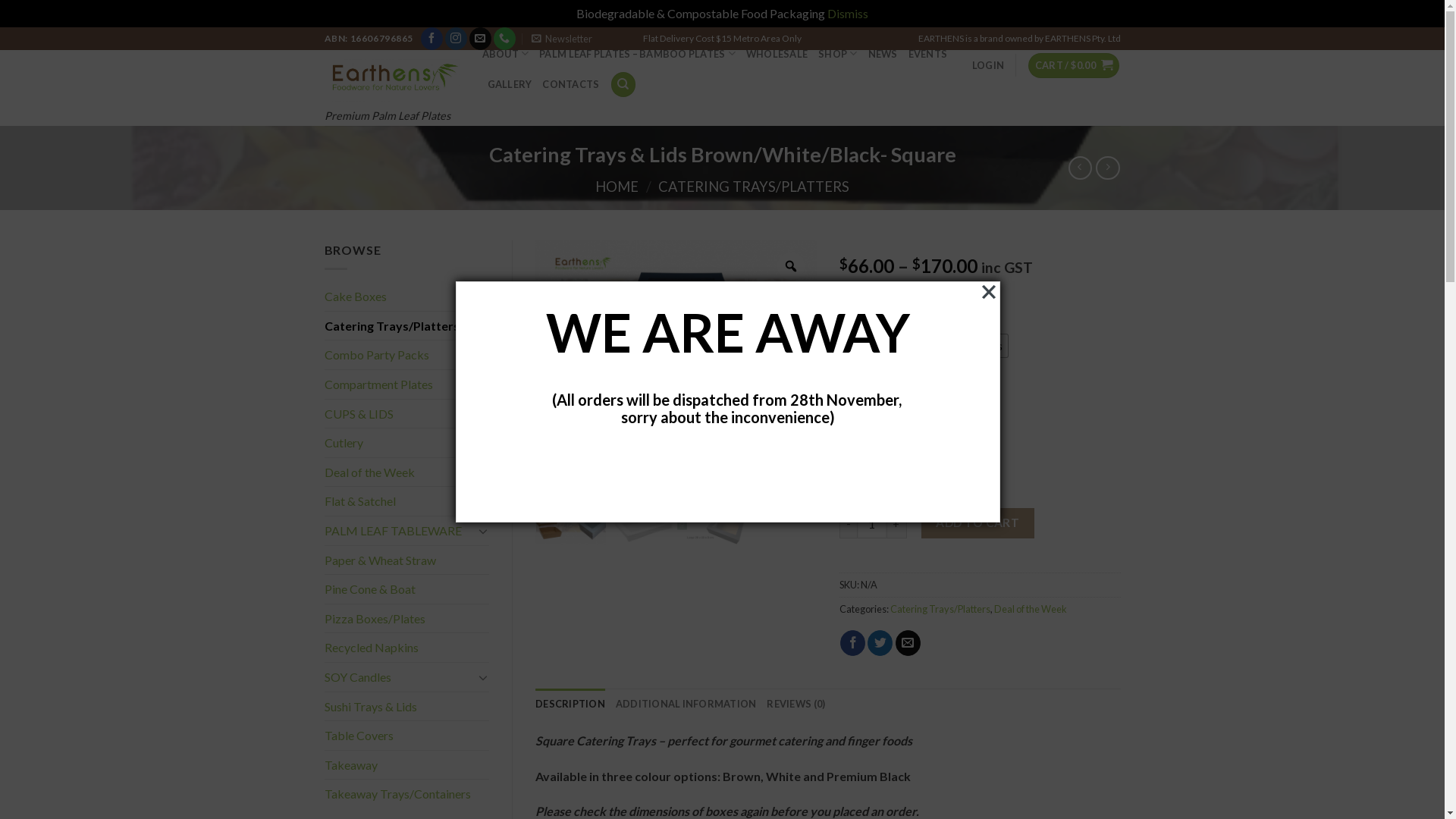 This screenshot has height=819, width=1456. Describe the element at coordinates (407, 442) in the screenshot. I see `'Cutlery'` at that location.